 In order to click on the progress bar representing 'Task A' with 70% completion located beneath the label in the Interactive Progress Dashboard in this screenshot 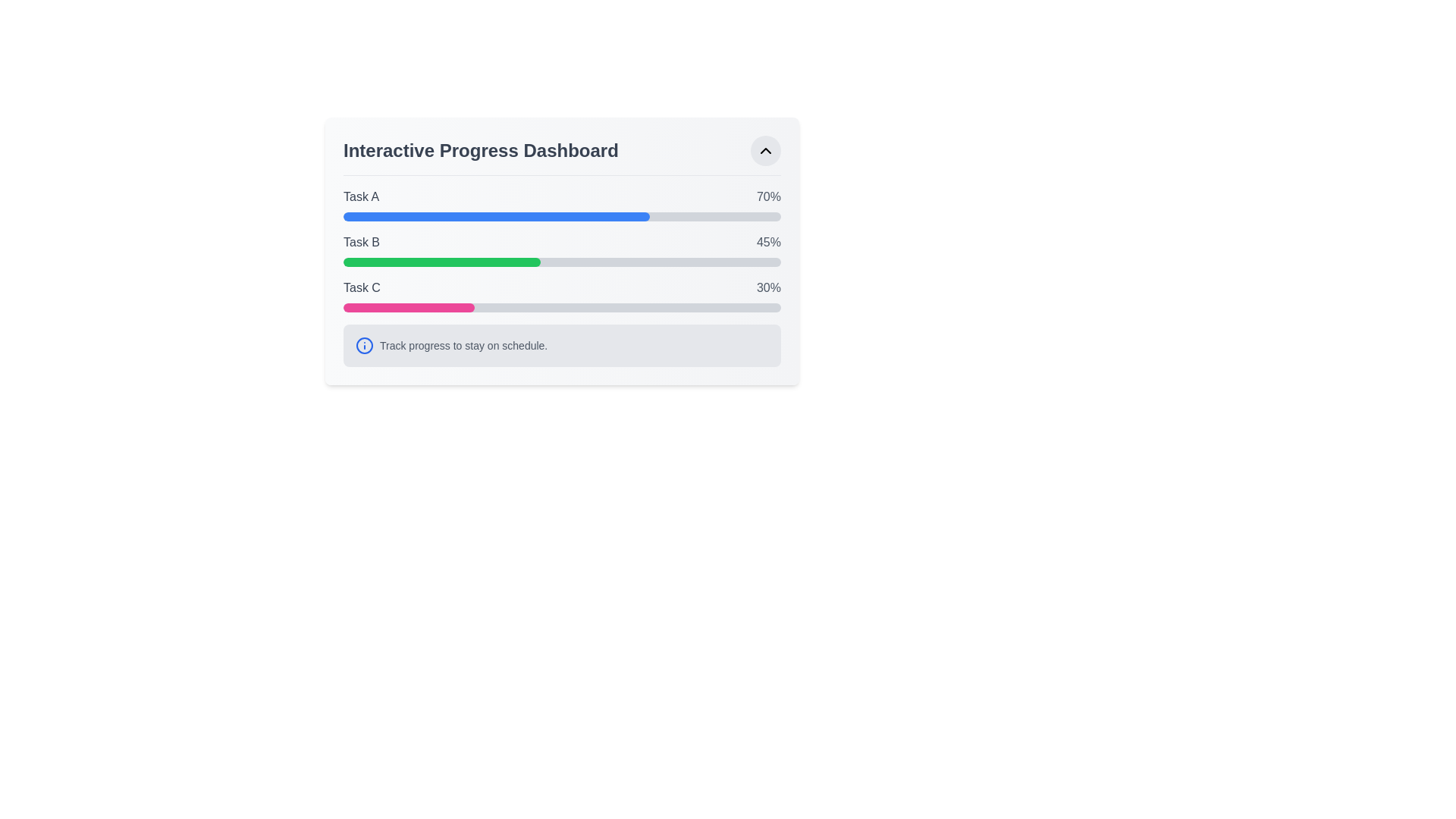, I will do `click(561, 216)`.